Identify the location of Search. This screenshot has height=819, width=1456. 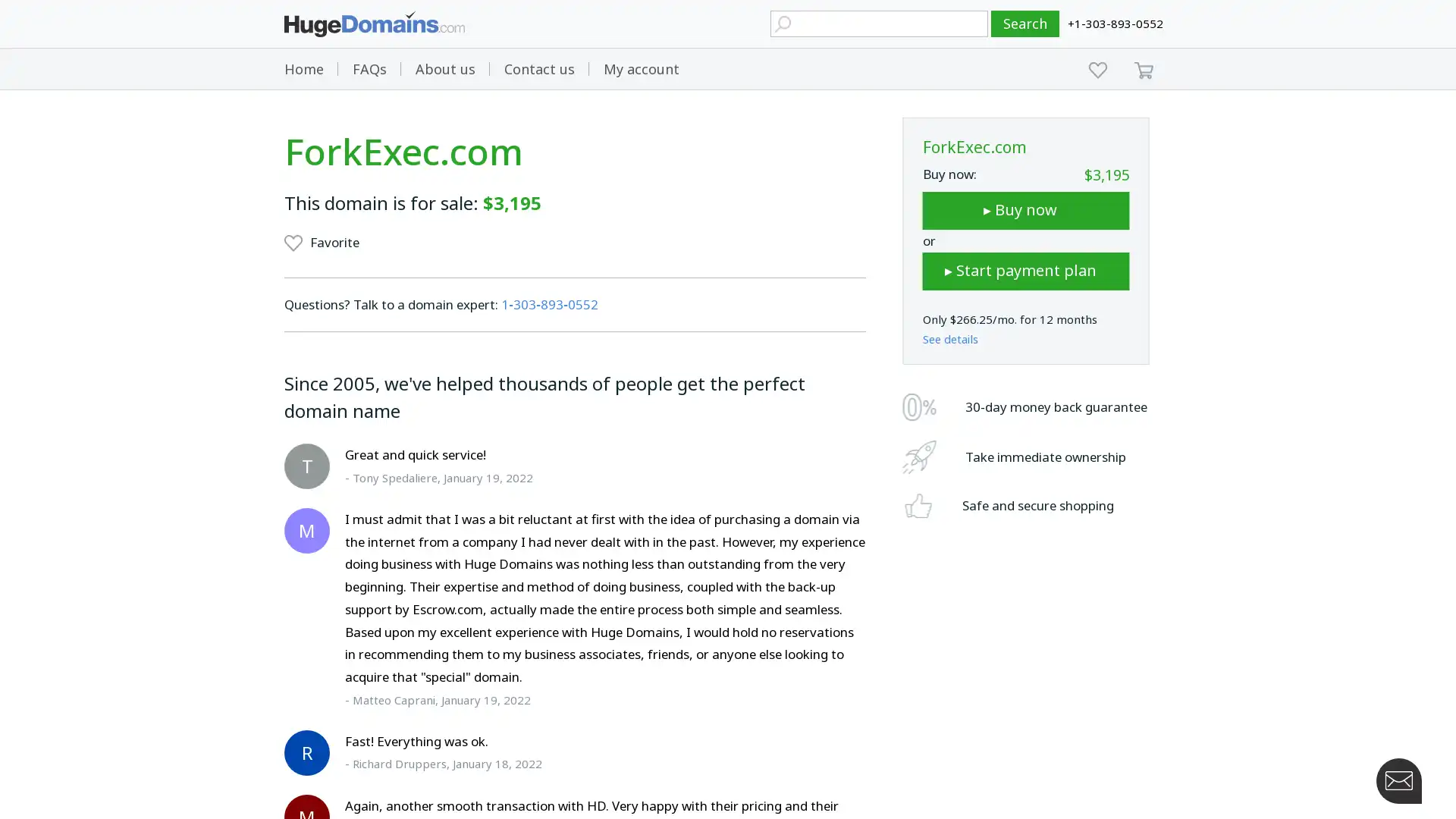
(1025, 24).